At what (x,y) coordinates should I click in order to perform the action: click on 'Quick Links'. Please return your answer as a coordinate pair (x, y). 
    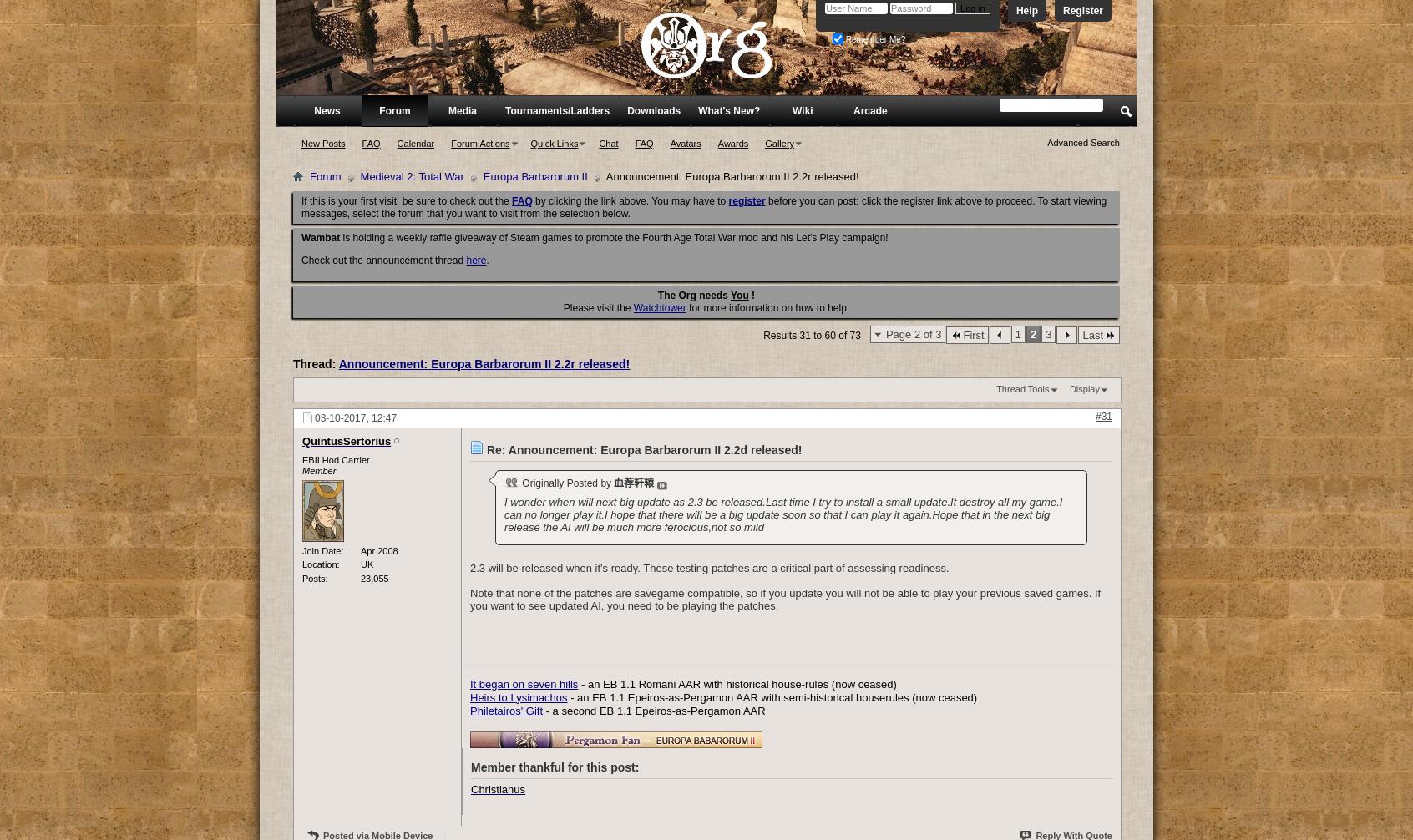
    Looking at the image, I should click on (554, 144).